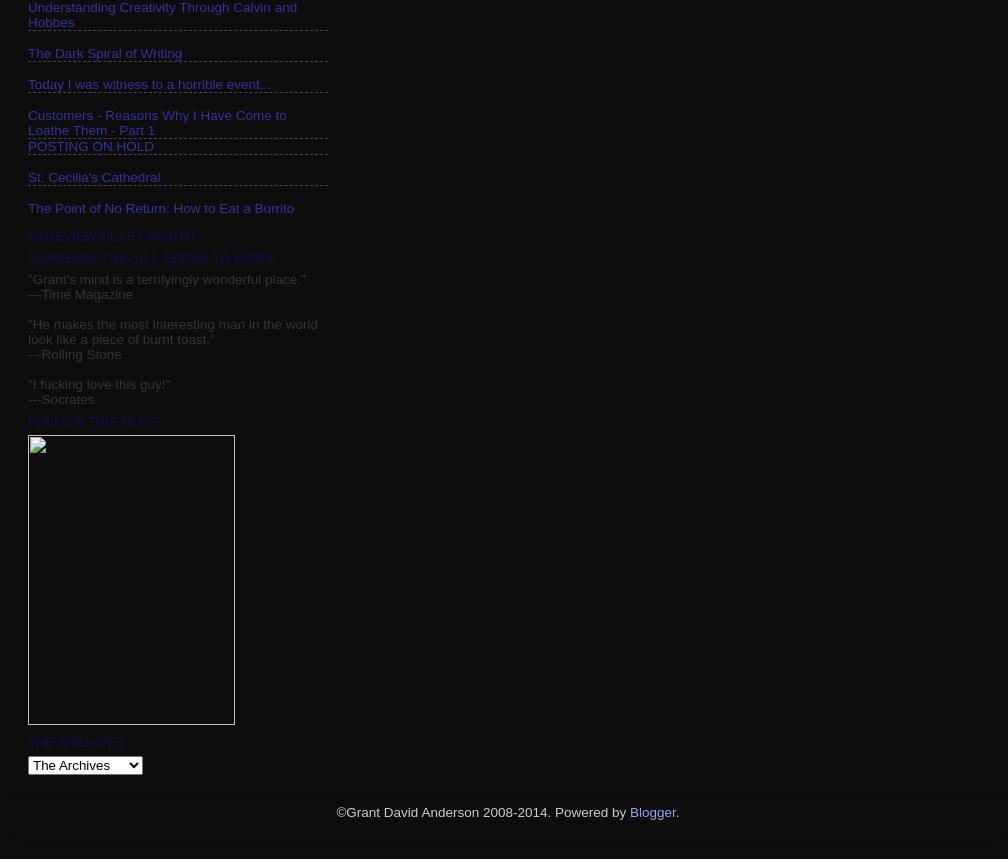 The height and width of the screenshot is (859, 1008). What do you see at coordinates (160, 207) in the screenshot?
I see `'The Point of No Return: How to Eat a Burrito'` at bounding box center [160, 207].